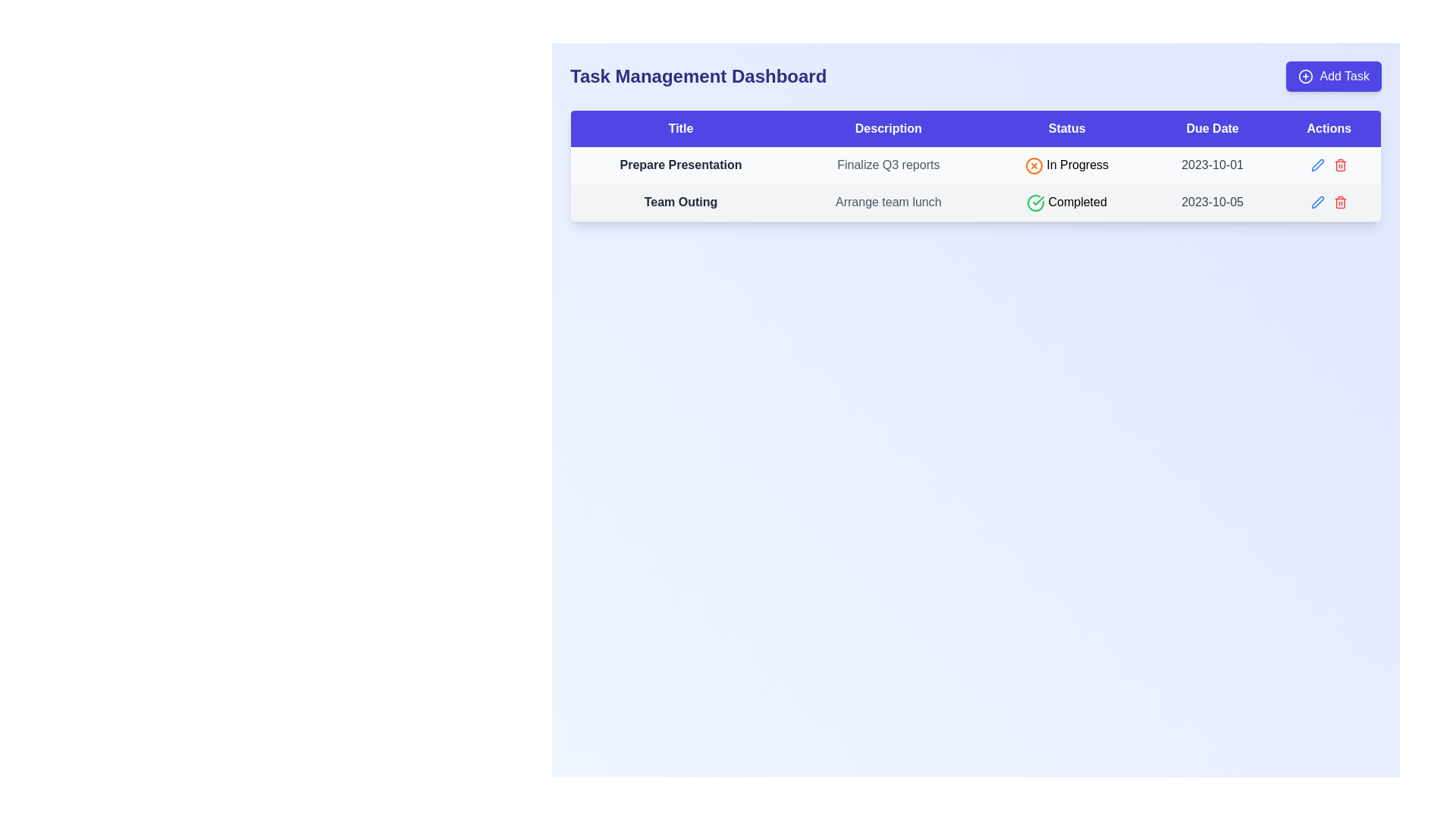 The height and width of the screenshot is (819, 1456). I want to click on the red trash icon button located in the 'Actions' column of the first row of the table, so click(1340, 165).